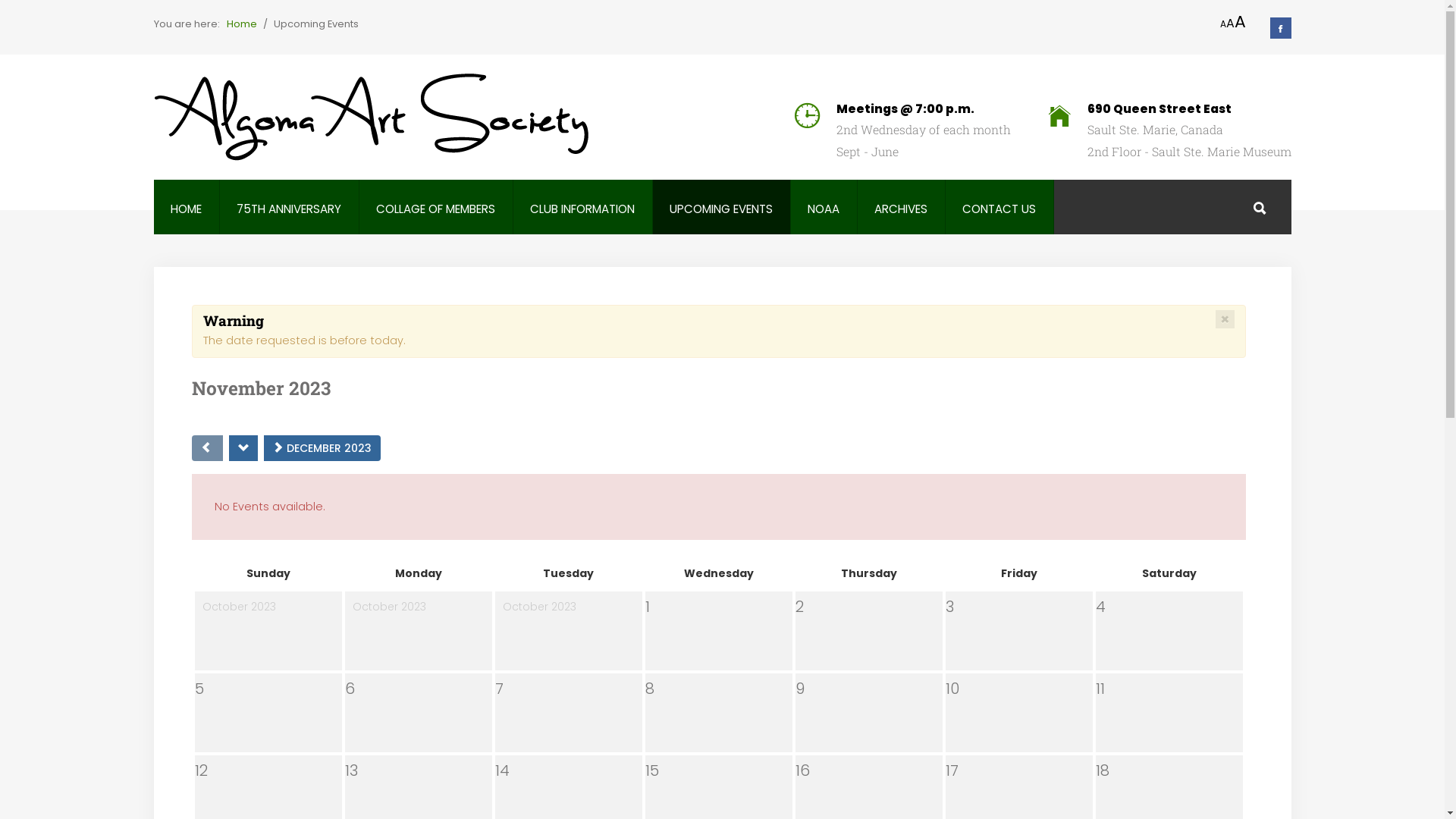  I want to click on '75TH ANNIVERSARY', so click(236, 209).